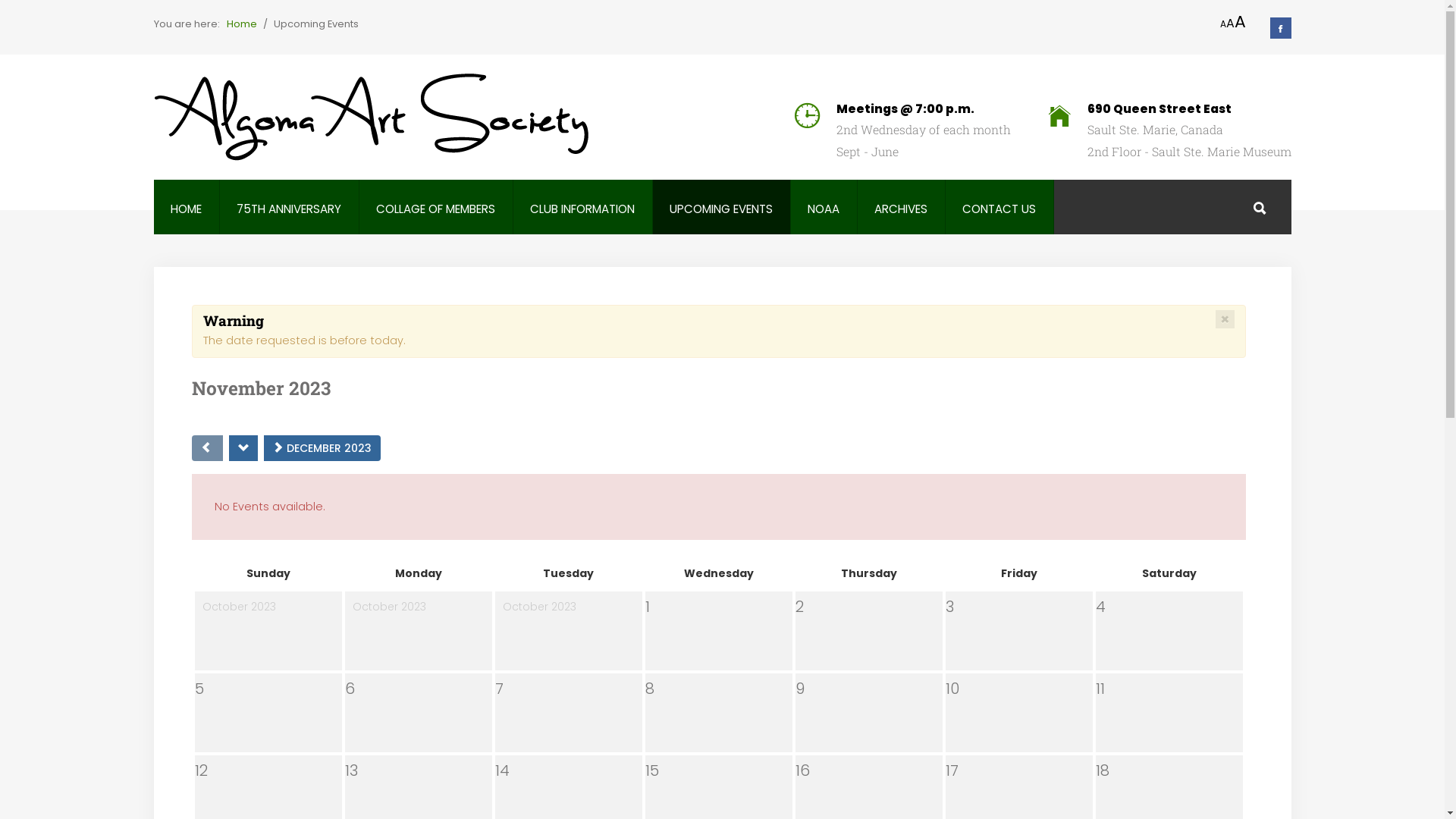  I want to click on '75TH ANNIVERSARY', so click(236, 209).